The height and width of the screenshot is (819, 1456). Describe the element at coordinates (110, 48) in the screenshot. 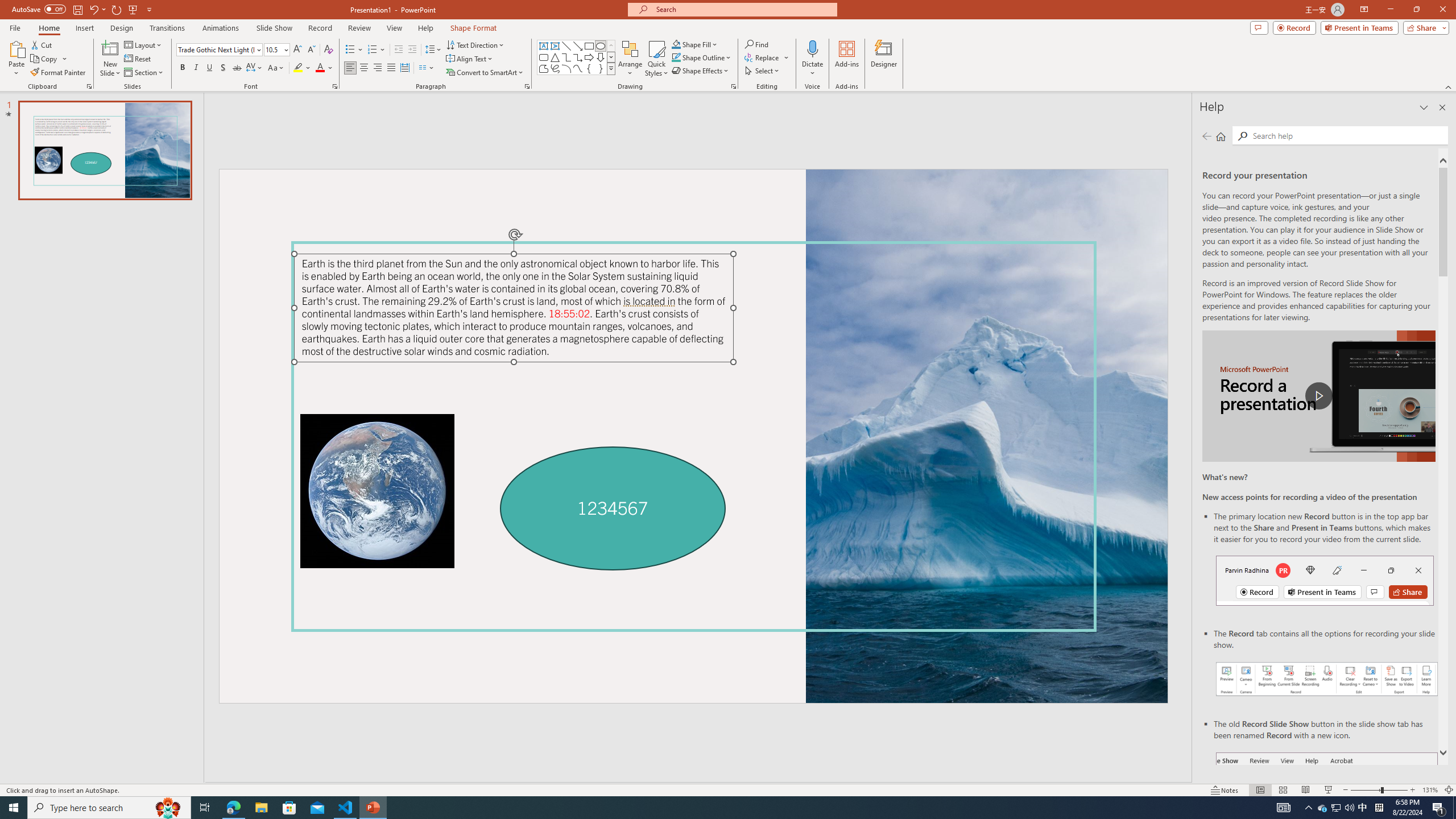

I see `'New Slide'` at that location.